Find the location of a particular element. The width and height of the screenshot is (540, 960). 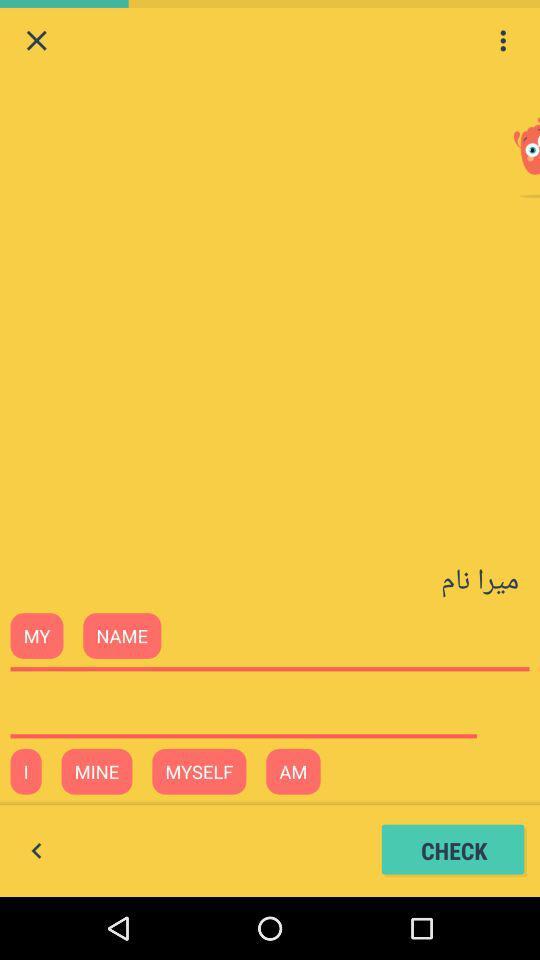

the option check is located at coordinates (454, 850).